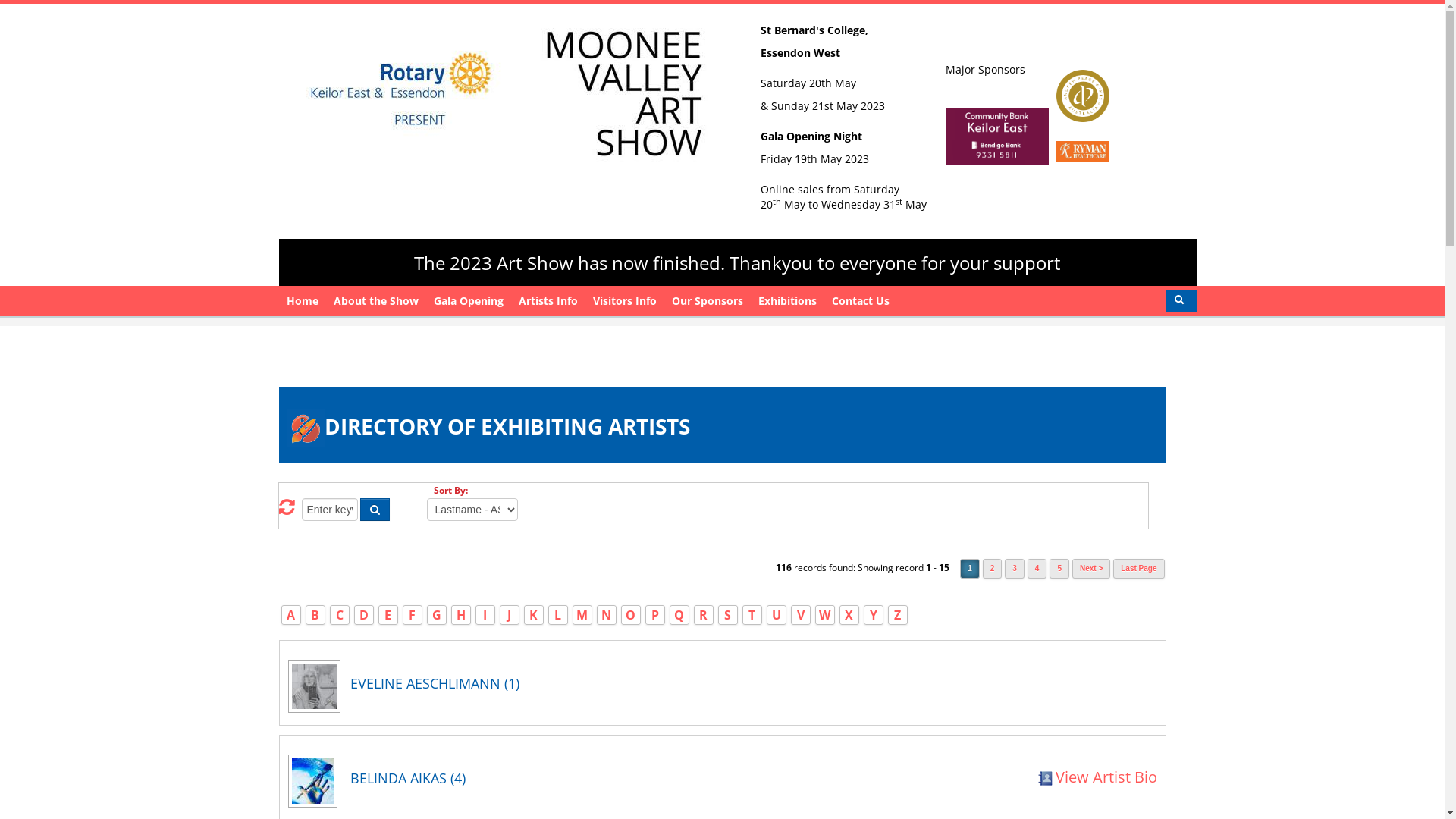  What do you see at coordinates (1015, 568) in the screenshot?
I see `'3'` at bounding box center [1015, 568].